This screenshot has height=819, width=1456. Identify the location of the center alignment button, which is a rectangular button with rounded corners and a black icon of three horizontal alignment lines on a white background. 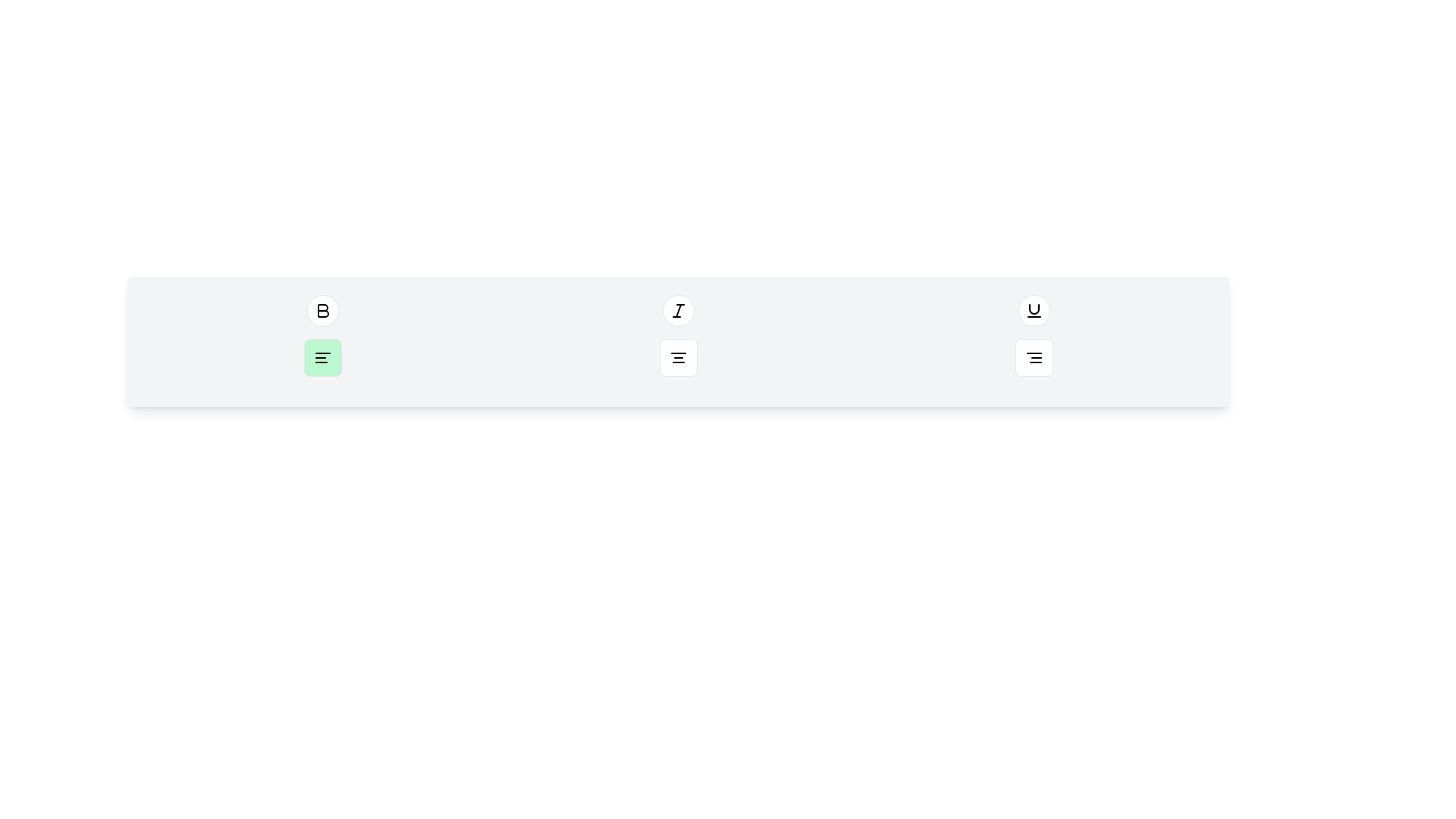
(677, 357).